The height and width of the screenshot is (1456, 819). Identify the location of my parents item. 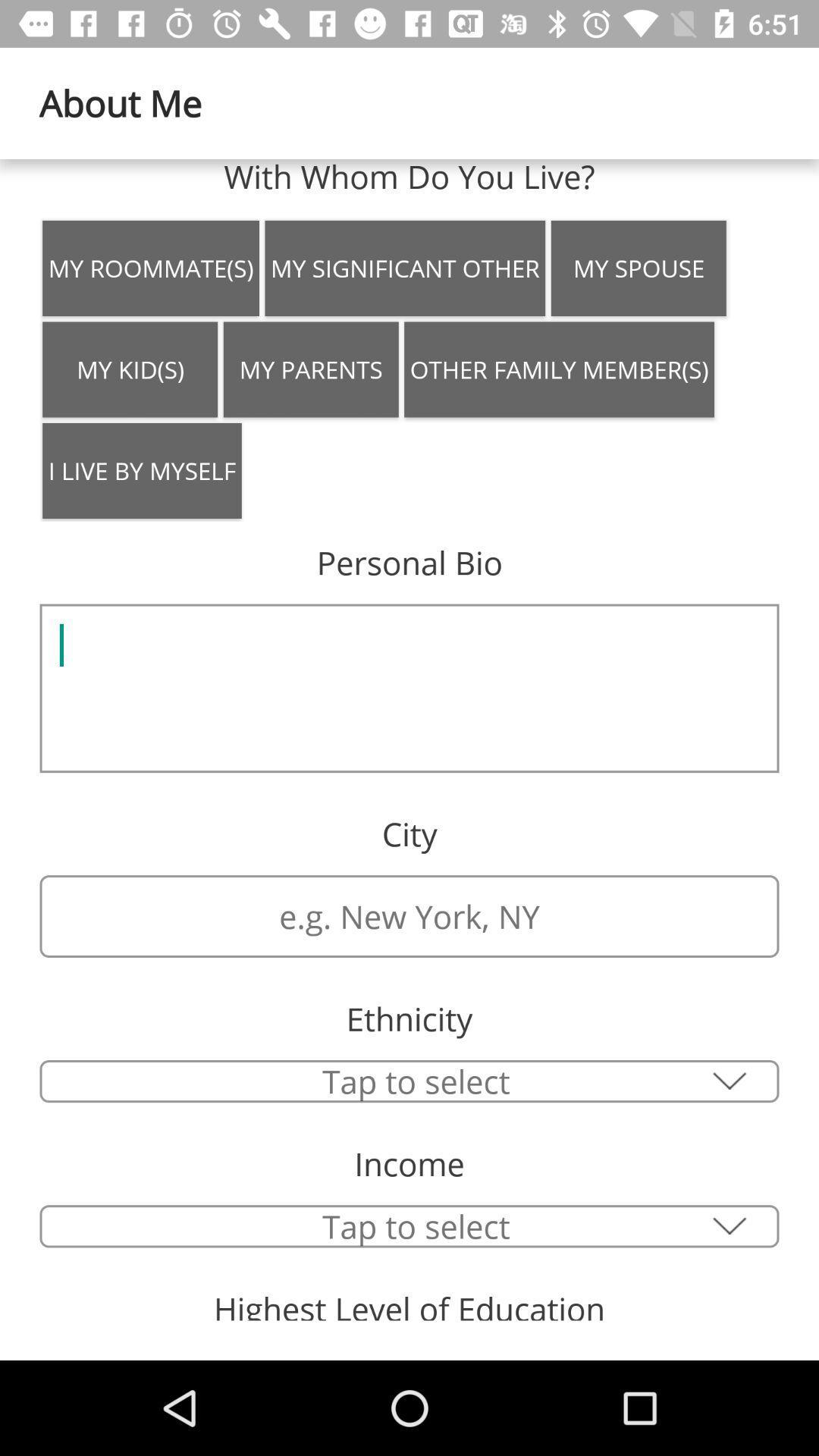
(310, 369).